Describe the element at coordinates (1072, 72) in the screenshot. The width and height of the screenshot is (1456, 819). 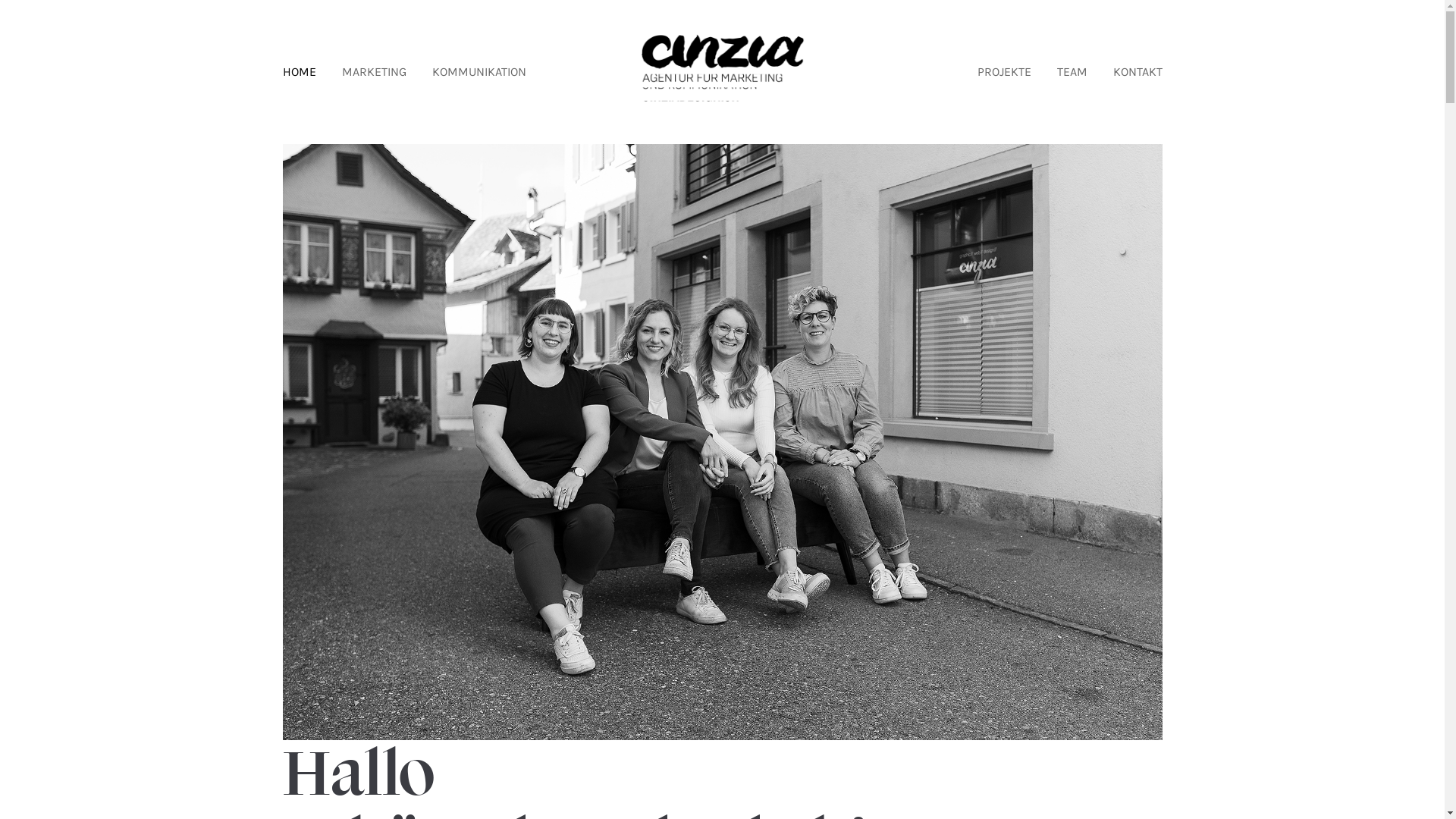
I see `'TEAM'` at that location.